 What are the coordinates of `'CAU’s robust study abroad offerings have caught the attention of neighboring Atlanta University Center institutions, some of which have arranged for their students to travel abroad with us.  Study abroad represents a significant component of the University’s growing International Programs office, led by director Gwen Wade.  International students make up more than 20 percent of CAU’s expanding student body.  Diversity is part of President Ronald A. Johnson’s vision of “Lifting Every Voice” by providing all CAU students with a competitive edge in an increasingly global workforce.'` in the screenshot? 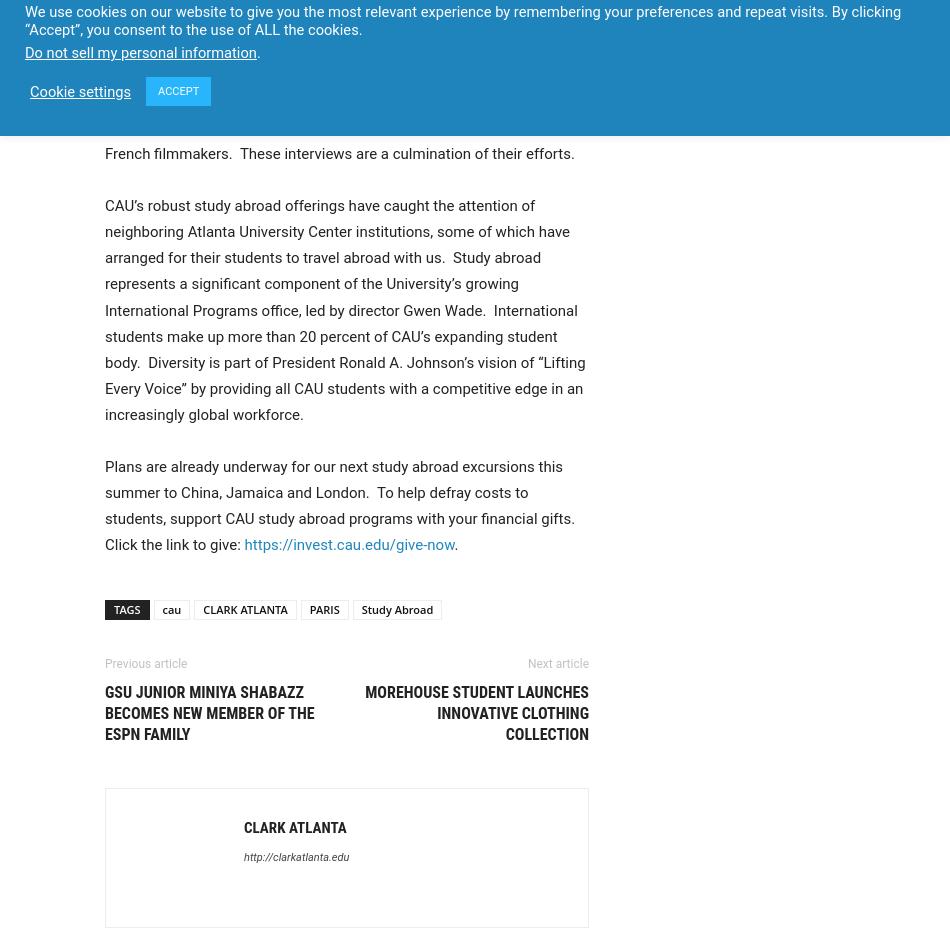 It's located at (344, 309).